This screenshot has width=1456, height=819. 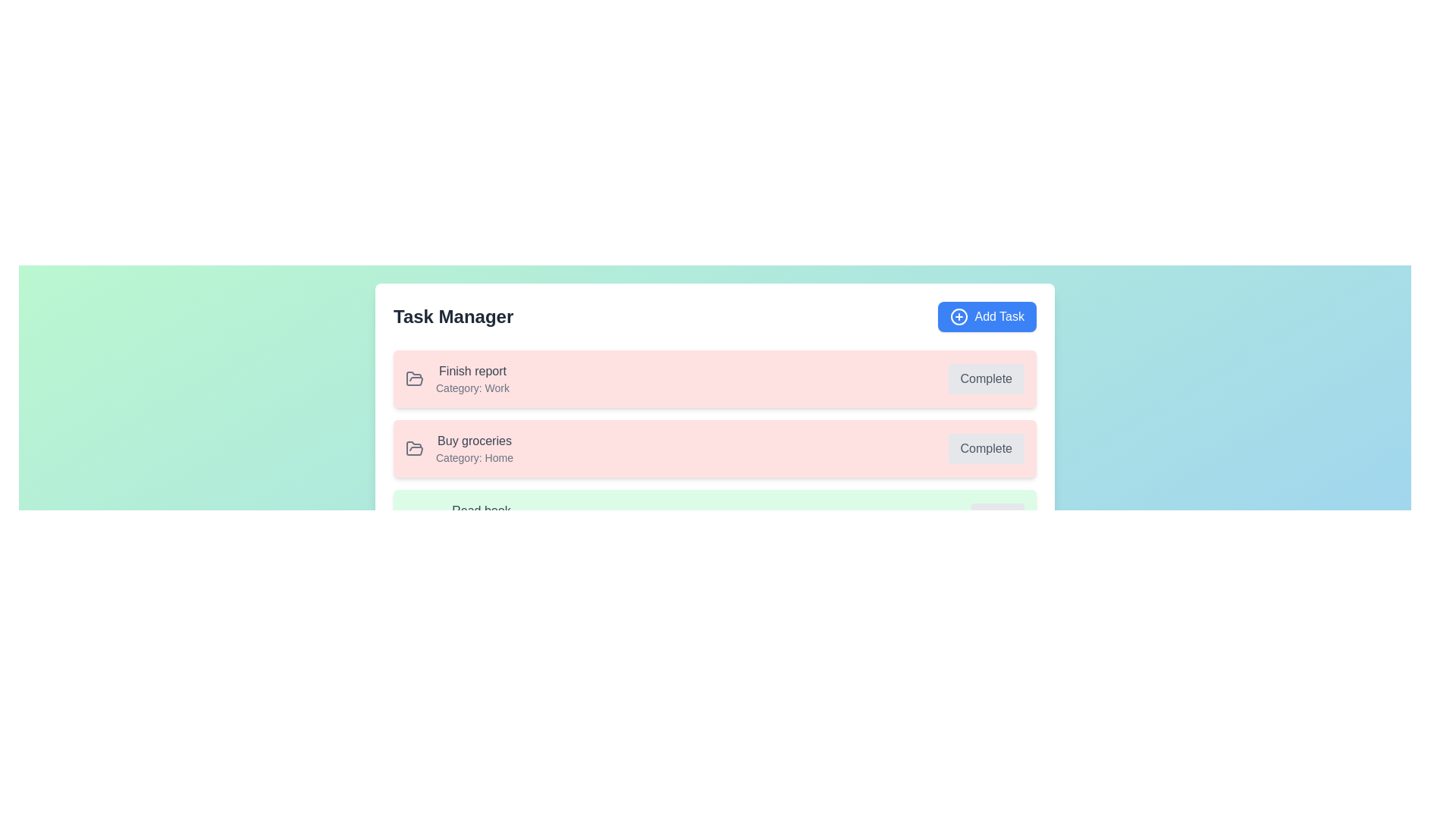 I want to click on the folder icon representing the task 'Buy groceries', which is located to the left of the task text in the task list panel, so click(x=415, y=447).